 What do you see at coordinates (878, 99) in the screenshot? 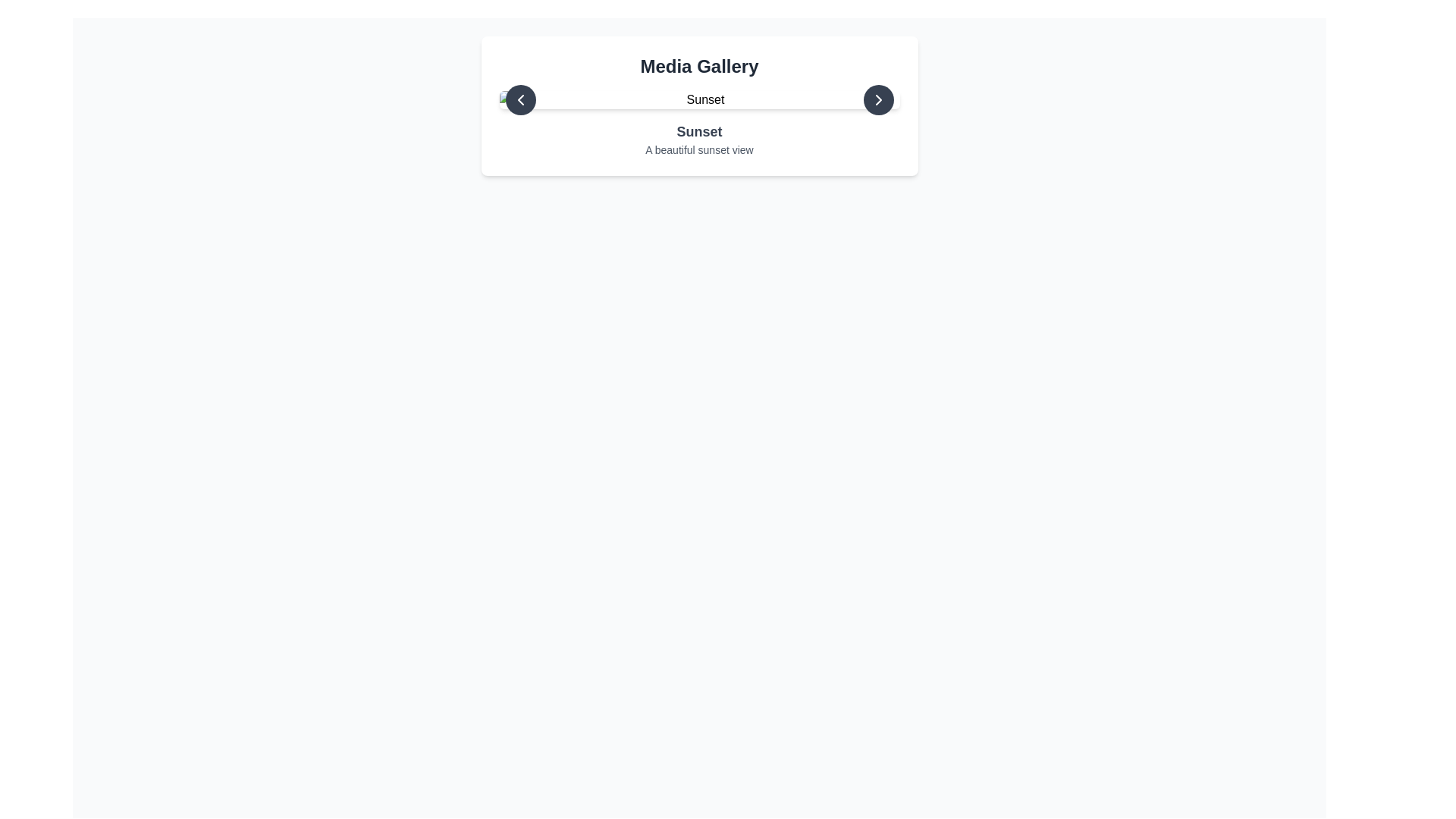
I see `the right chevron icon inside the circular dark gray button for carousel navigation in the Media Gallery section` at bounding box center [878, 99].